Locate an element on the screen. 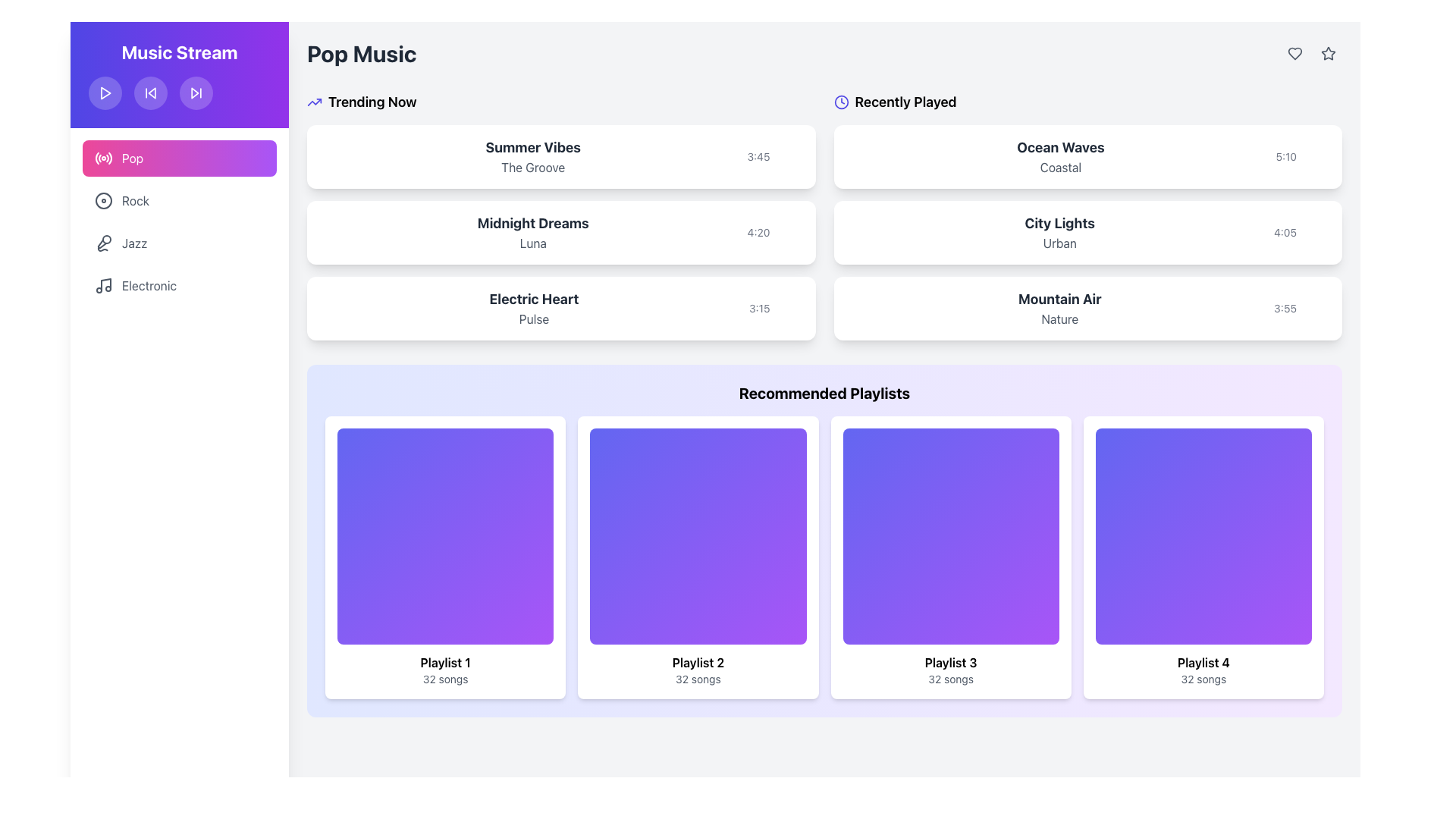 The height and width of the screenshot is (819, 1456). the first button in the vertical list on the left sidebar that is intended to filter or navigate content related to 'Pop' music is located at coordinates (179, 158).